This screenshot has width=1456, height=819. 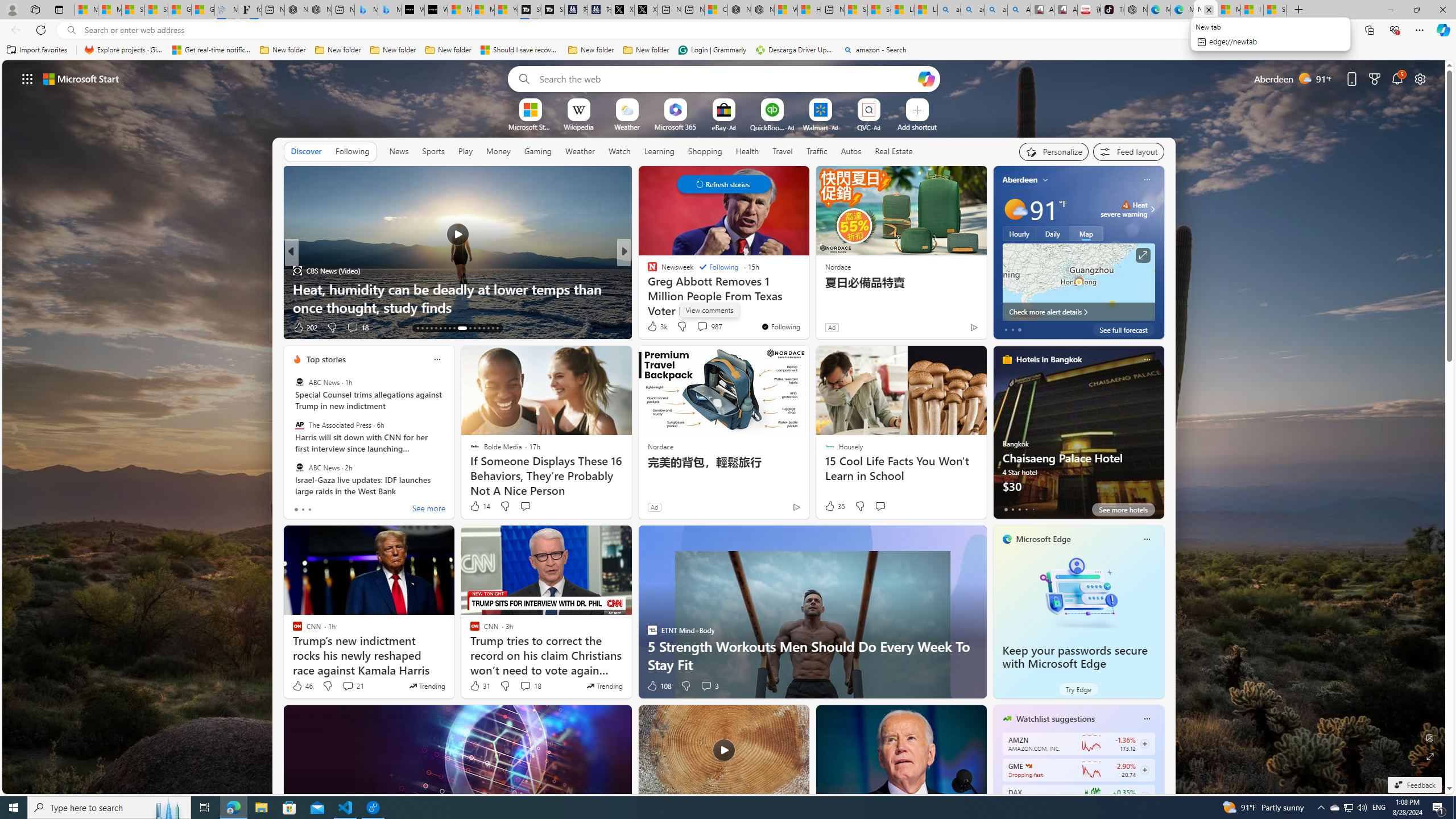 What do you see at coordinates (685, 686) in the screenshot?
I see `'Dislike'` at bounding box center [685, 686].